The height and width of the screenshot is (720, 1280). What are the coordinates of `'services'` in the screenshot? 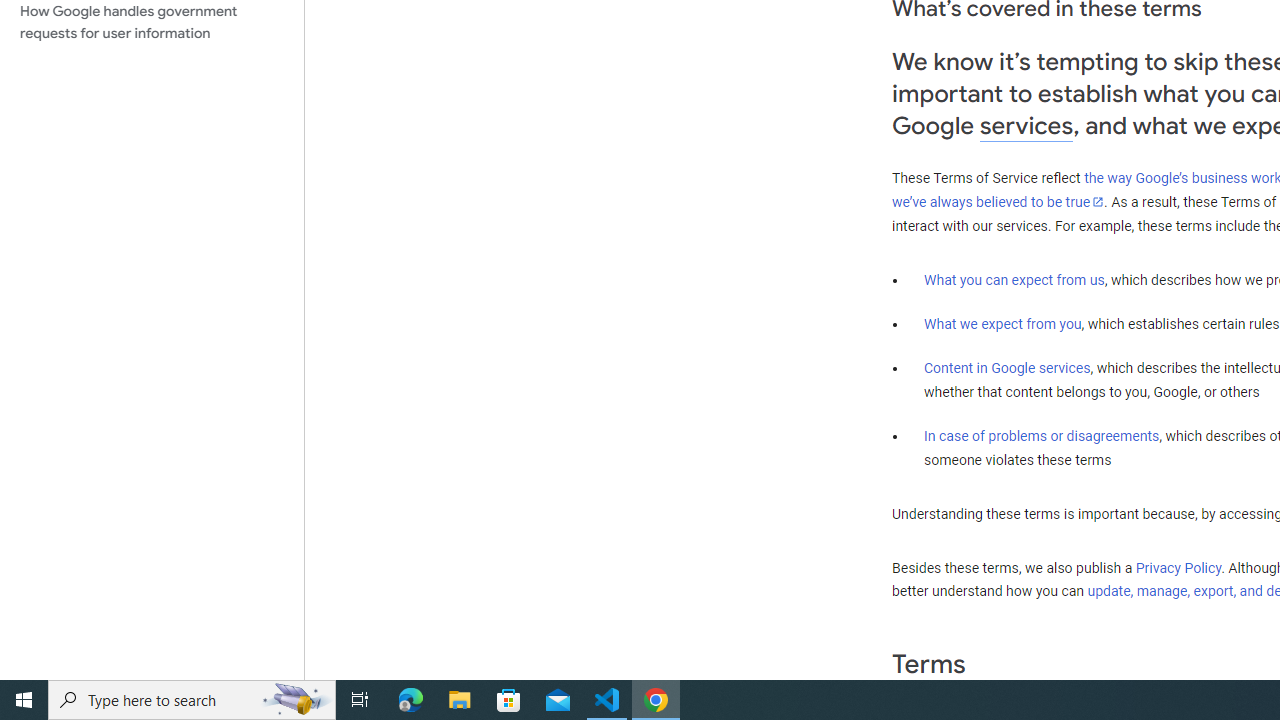 It's located at (1026, 125).